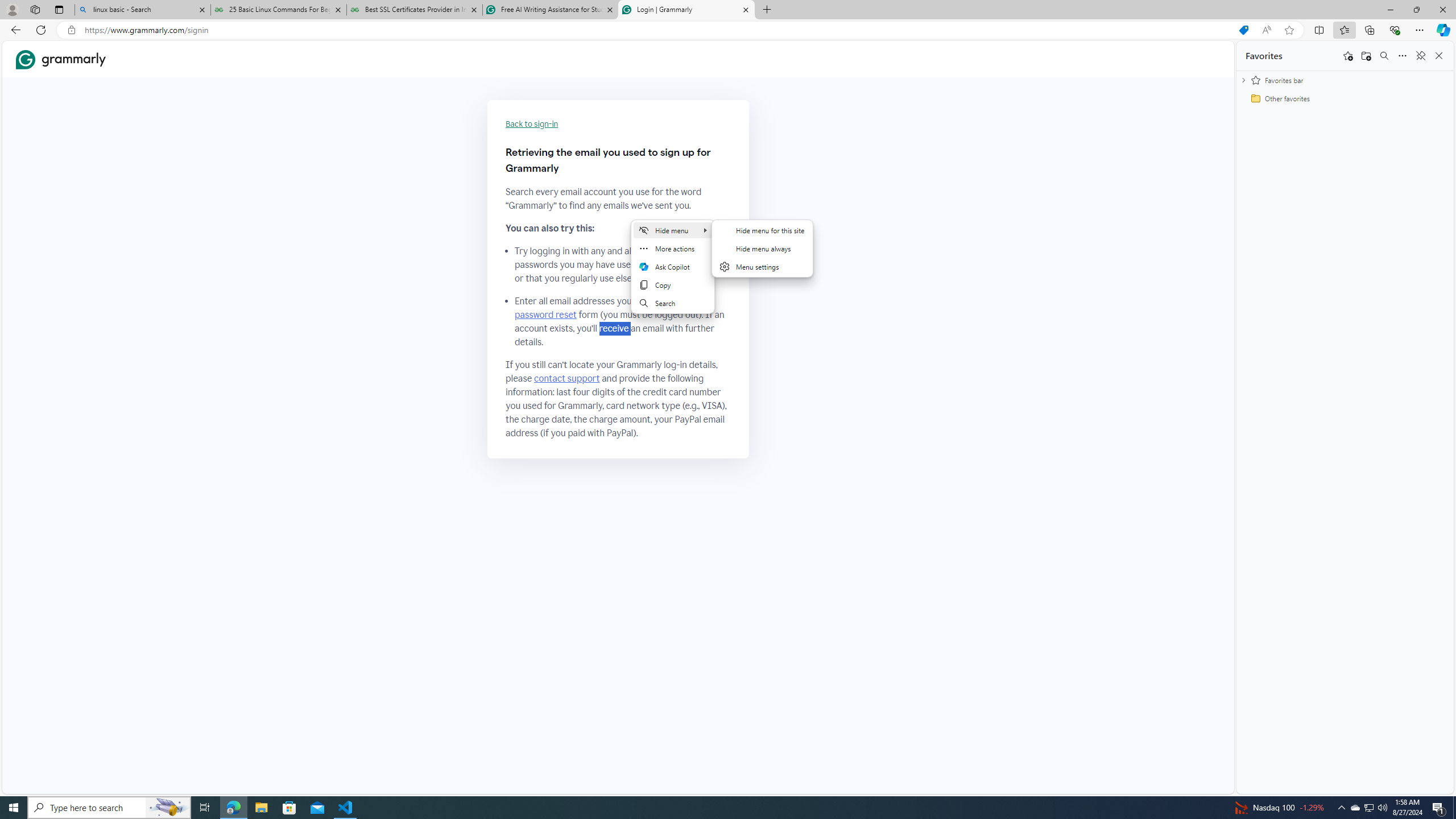 The image size is (1456, 819). Describe the element at coordinates (545, 314) in the screenshot. I see `'password reset'` at that location.